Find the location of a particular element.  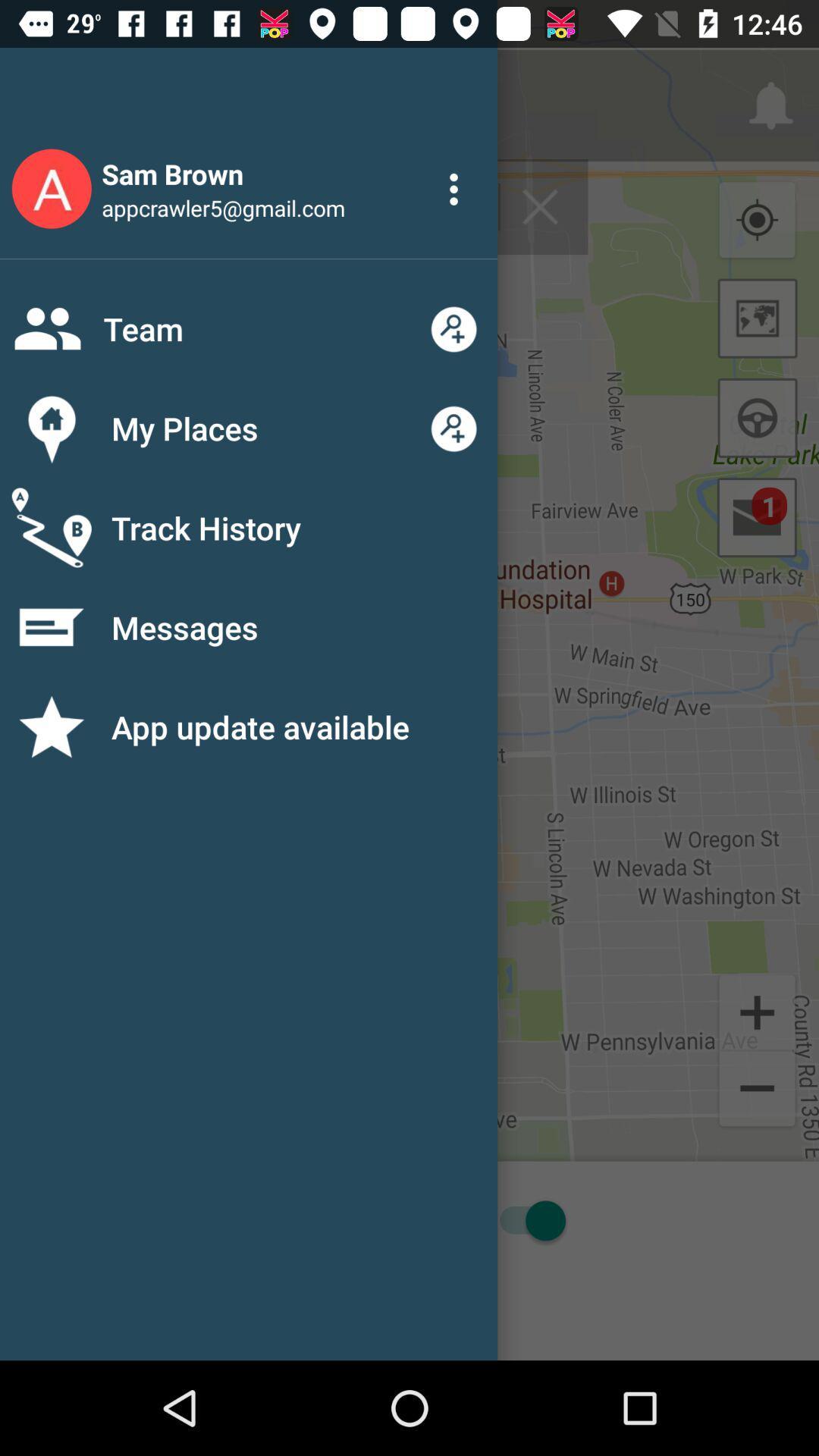

the zoom out button on the web page is located at coordinates (758, 1090).